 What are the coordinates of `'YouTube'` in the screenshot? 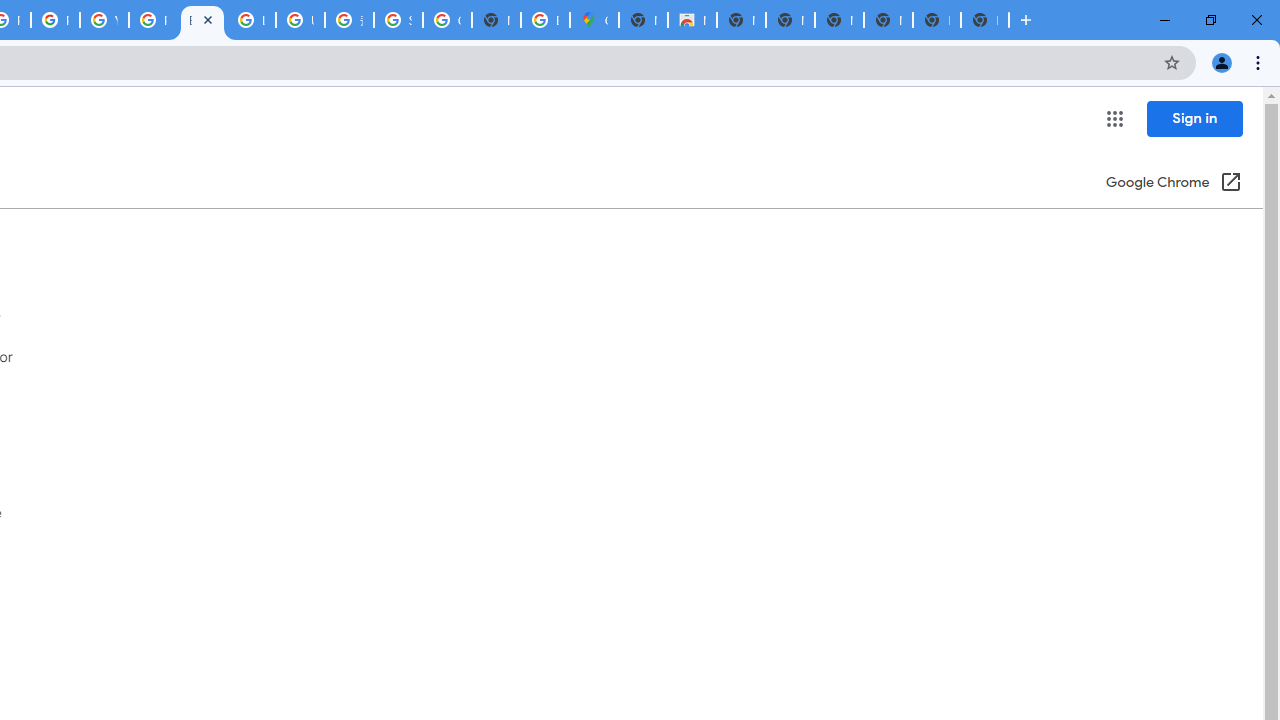 It's located at (103, 20).